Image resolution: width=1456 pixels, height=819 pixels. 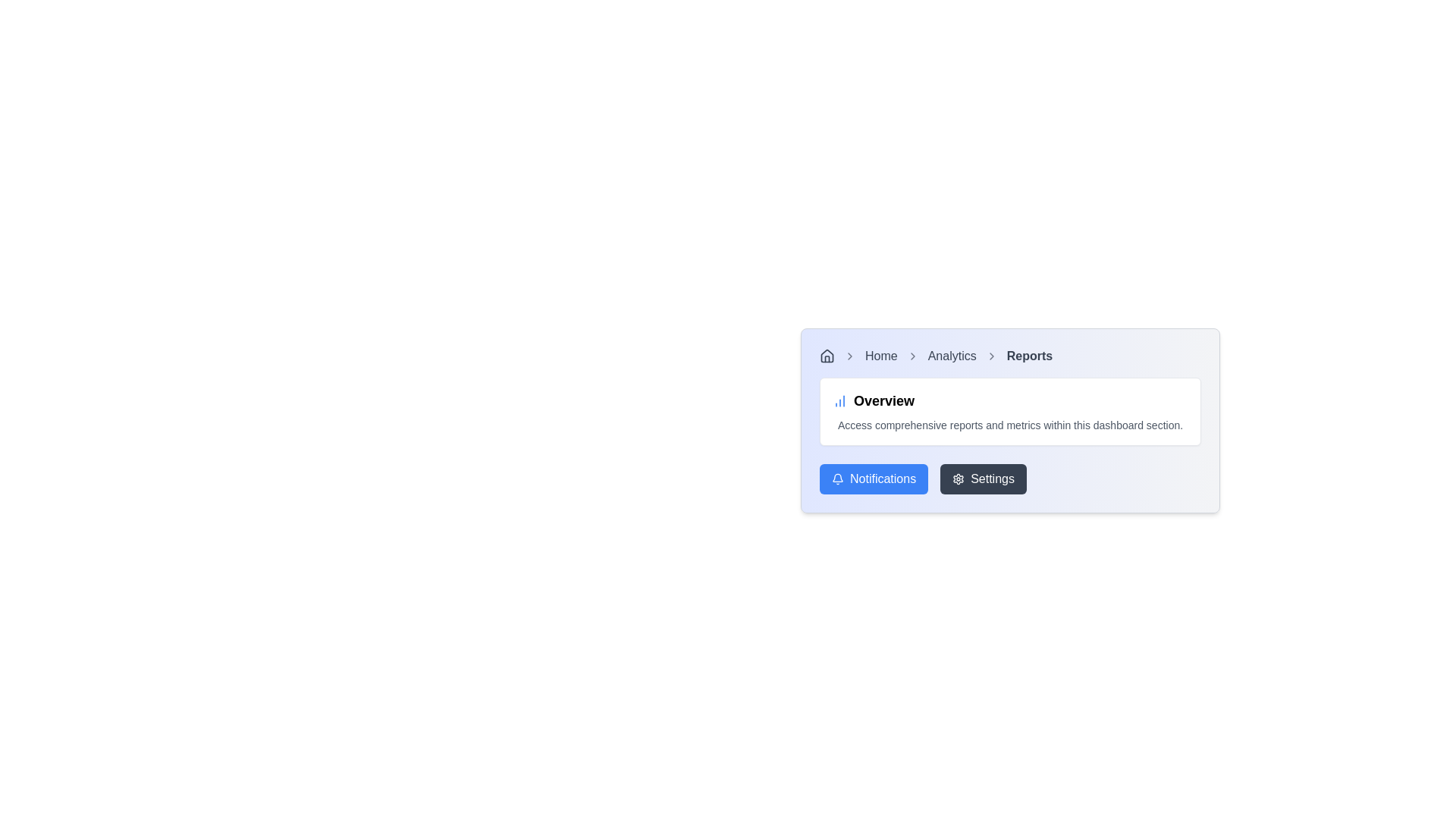 I want to click on the small bell icon within the 'Notifications' button, which is styled with a rounded, minimalistic outline design and is located at the bottom of a card, so click(x=836, y=479).